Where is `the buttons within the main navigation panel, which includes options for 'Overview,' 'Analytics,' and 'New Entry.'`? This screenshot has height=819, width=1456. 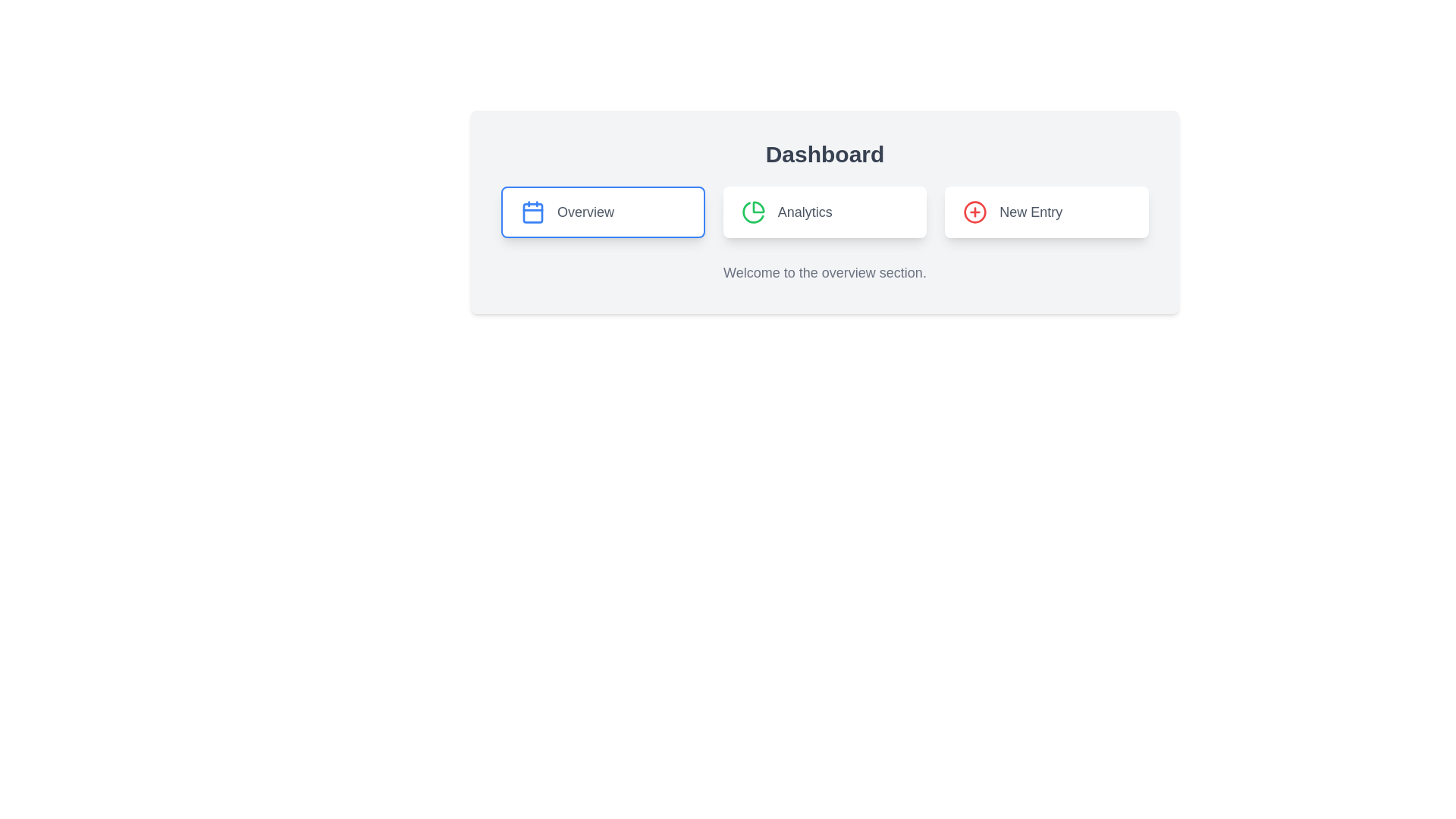 the buttons within the main navigation panel, which includes options for 'Overview,' 'Analytics,' and 'New Entry.' is located at coordinates (824, 212).